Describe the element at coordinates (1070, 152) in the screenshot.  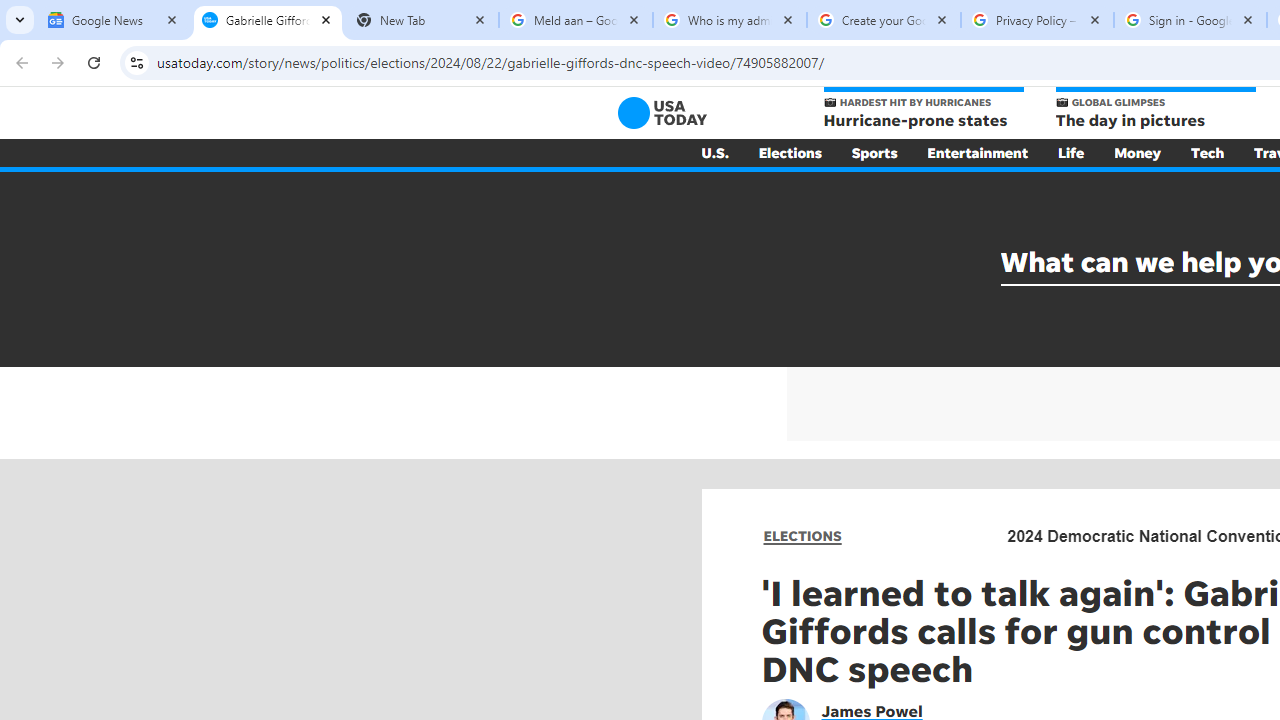
I see `'Life'` at that location.